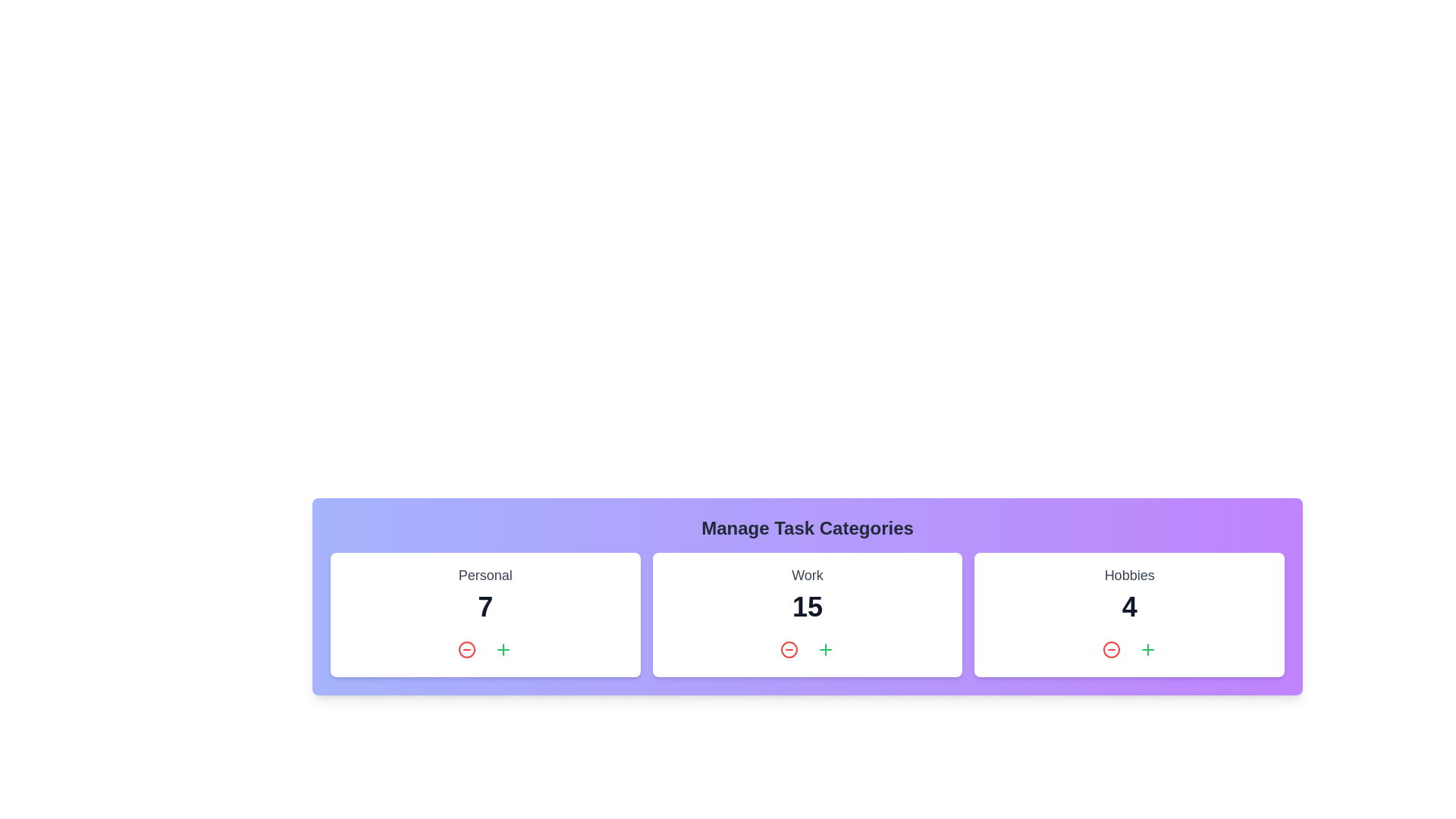 The width and height of the screenshot is (1456, 819). What do you see at coordinates (466, 648) in the screenshot?
I see `'Minus' button in the 'Personal' category to decrease its task count` at bounding box center [466, 648].